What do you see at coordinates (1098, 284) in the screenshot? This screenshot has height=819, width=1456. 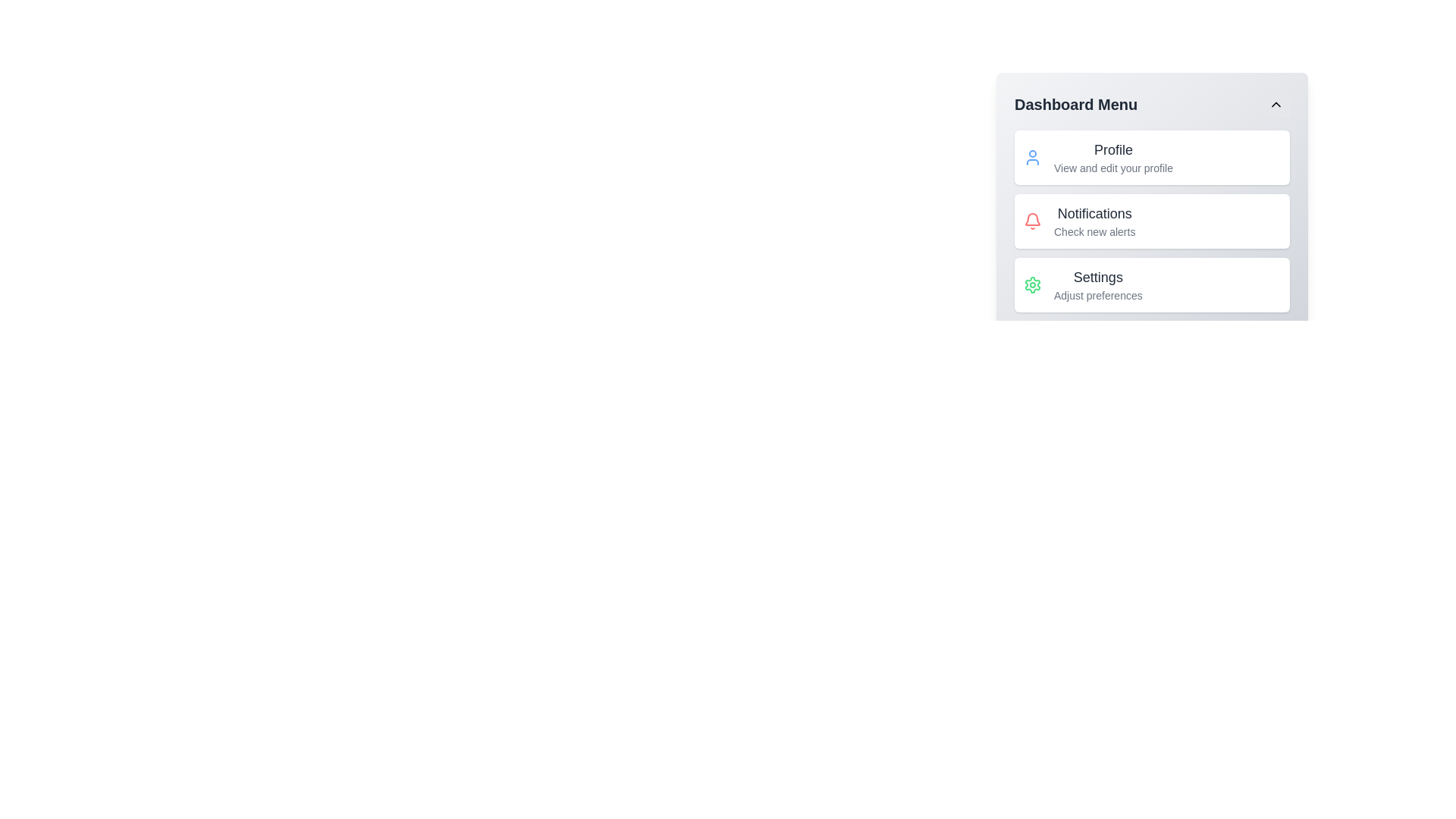 I see `the menu item labeled Settings to view its tooltip` at bounding box center [1098, 284].